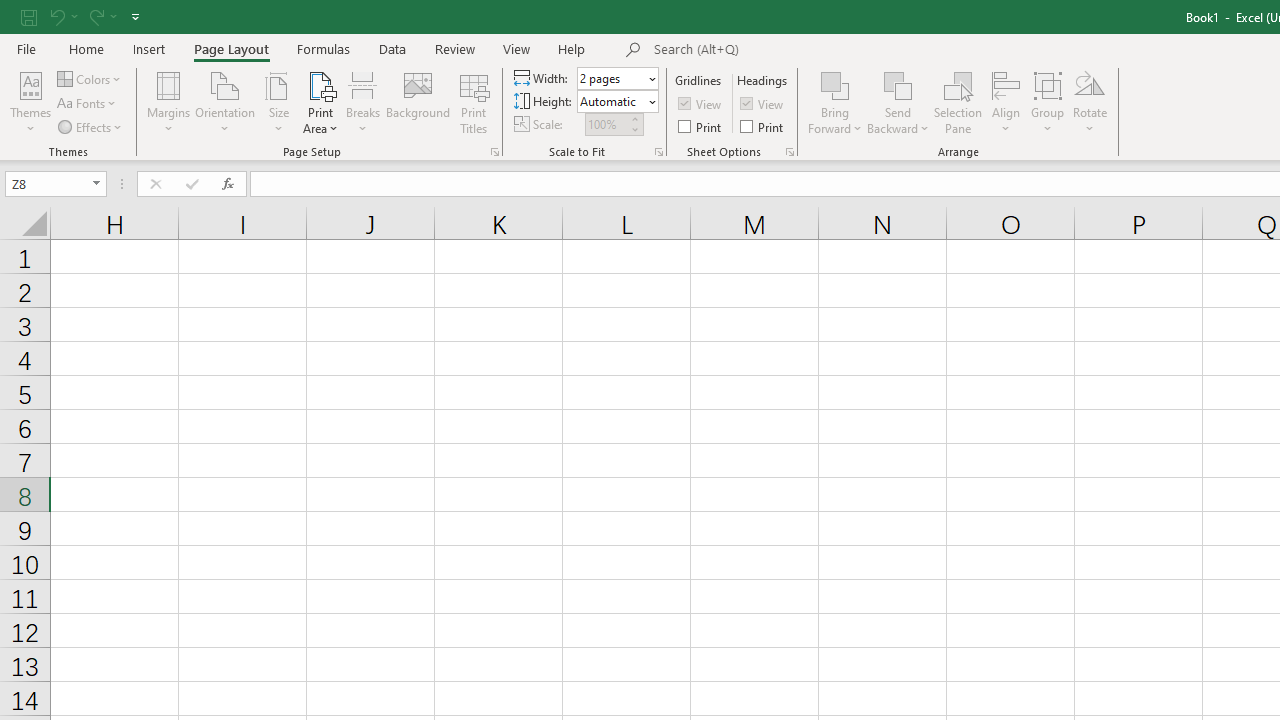 The image size is (1280, 720). What do you see at coordinates (473, 103) in the screenshot?
I see `'Print Titles'` at bounding box center [473, 103].